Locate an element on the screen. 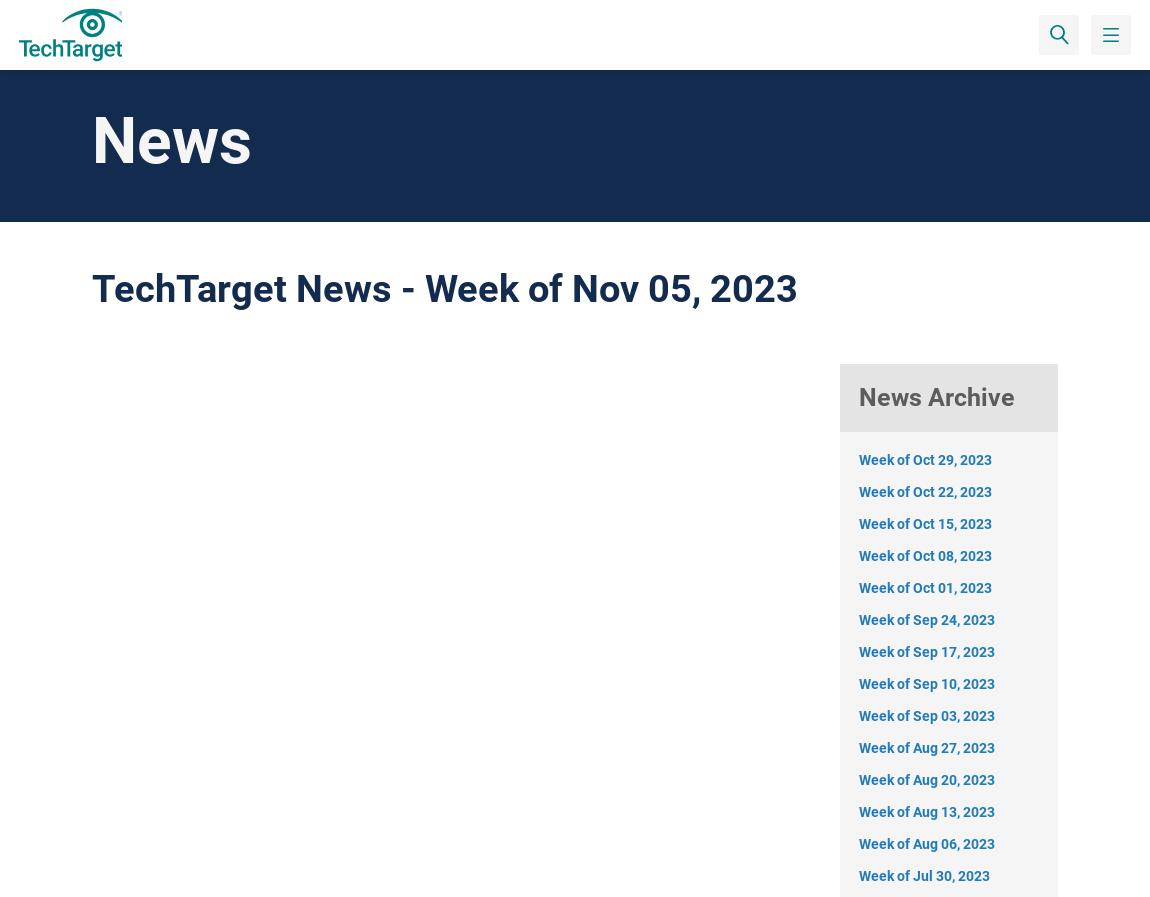  'Week of Aug 27, 2023' is located at coordinates (927, 747).